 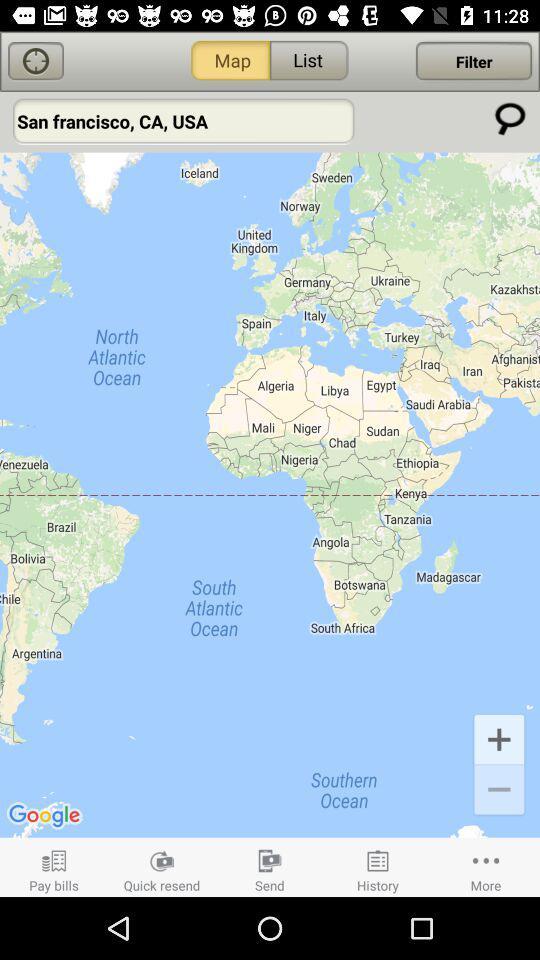 I want to click on map button, so click(x=36, y=61).